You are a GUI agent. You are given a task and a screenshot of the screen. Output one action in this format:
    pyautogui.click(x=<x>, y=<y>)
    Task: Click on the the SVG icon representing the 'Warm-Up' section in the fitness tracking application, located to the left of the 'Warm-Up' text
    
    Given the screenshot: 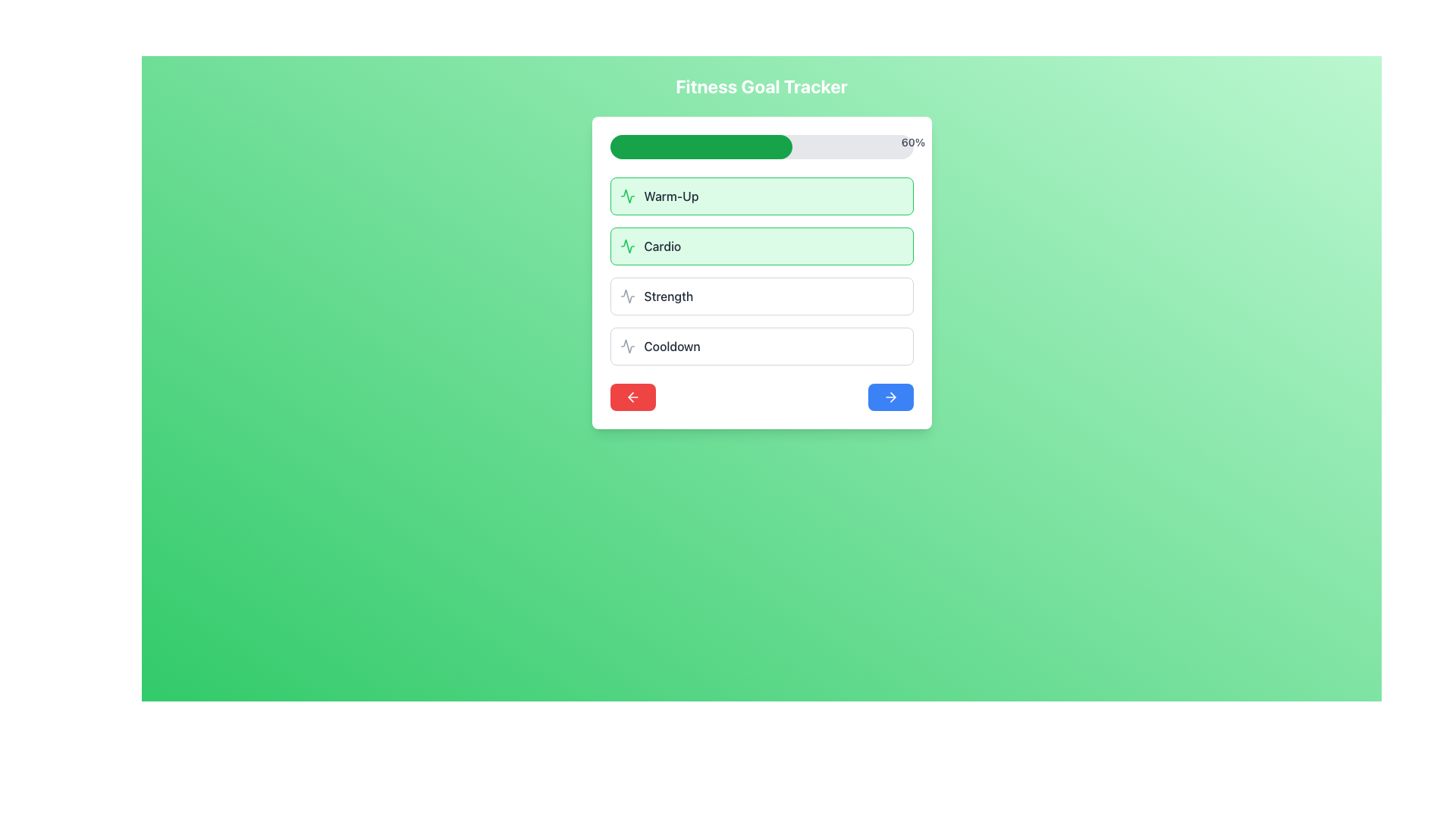 What is the action you would take?
    pyautogui.click(x=627, y=195)
    